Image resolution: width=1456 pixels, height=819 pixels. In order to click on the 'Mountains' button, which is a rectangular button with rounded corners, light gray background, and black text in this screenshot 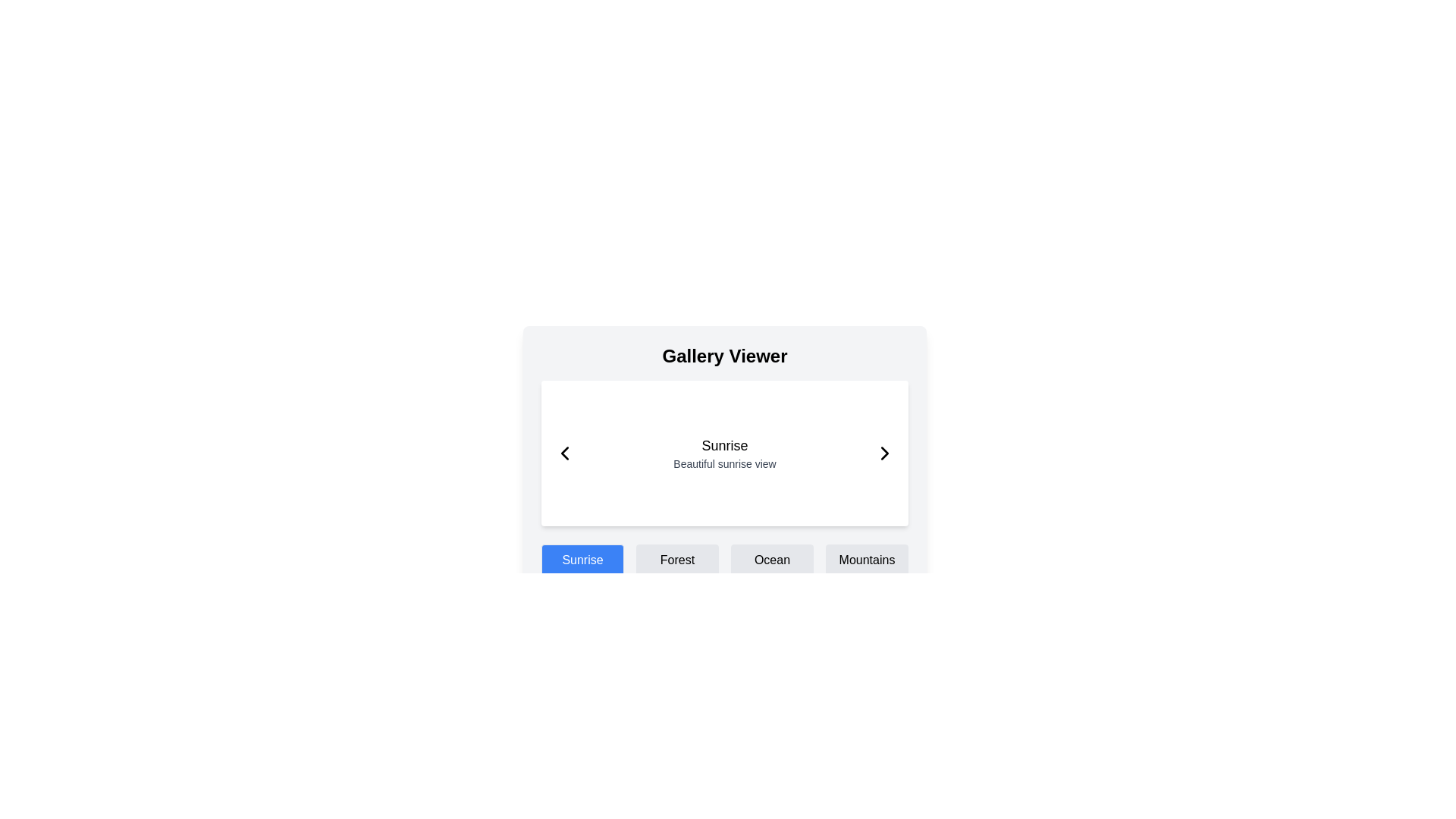, I will do `click(867, 560)`.